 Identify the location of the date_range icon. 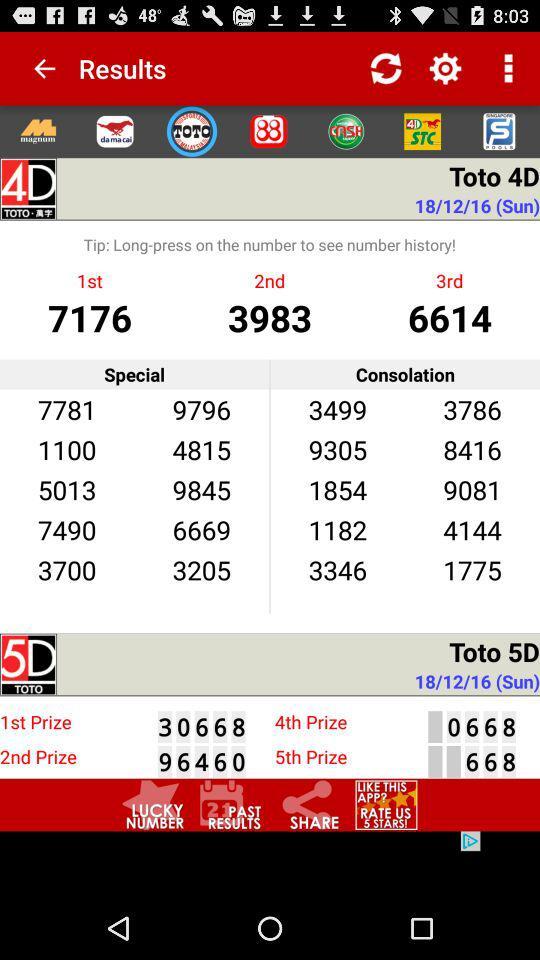
(230, 860).